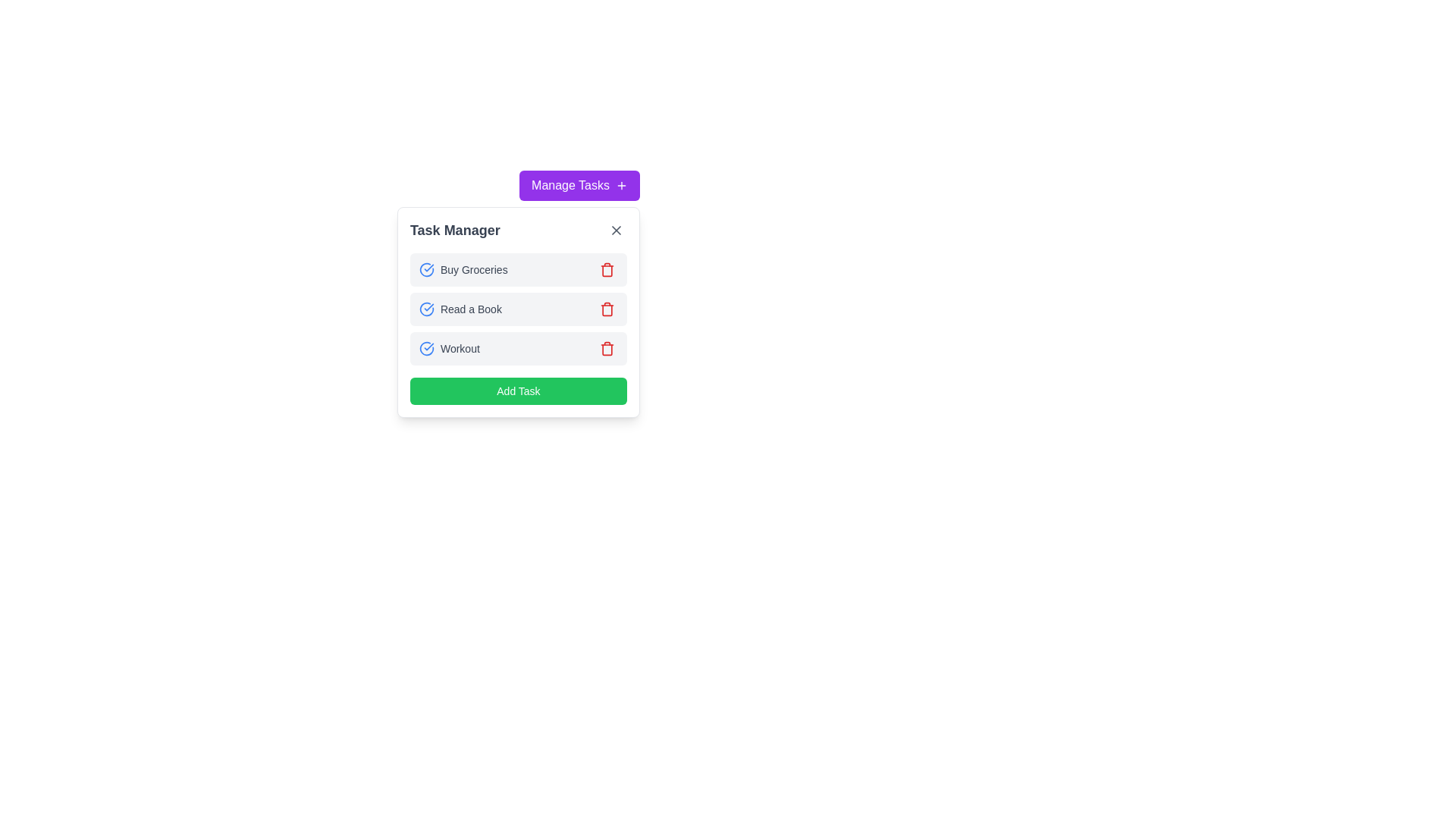 This screenshot has height=819, width=1456. What do you see at coordinates (518, 391) in the screenshot?
I see `the 'Add Task' button located at the bottom of the 'Task Manager' module to visualize its hover effects` at bounding box center [518, 391].